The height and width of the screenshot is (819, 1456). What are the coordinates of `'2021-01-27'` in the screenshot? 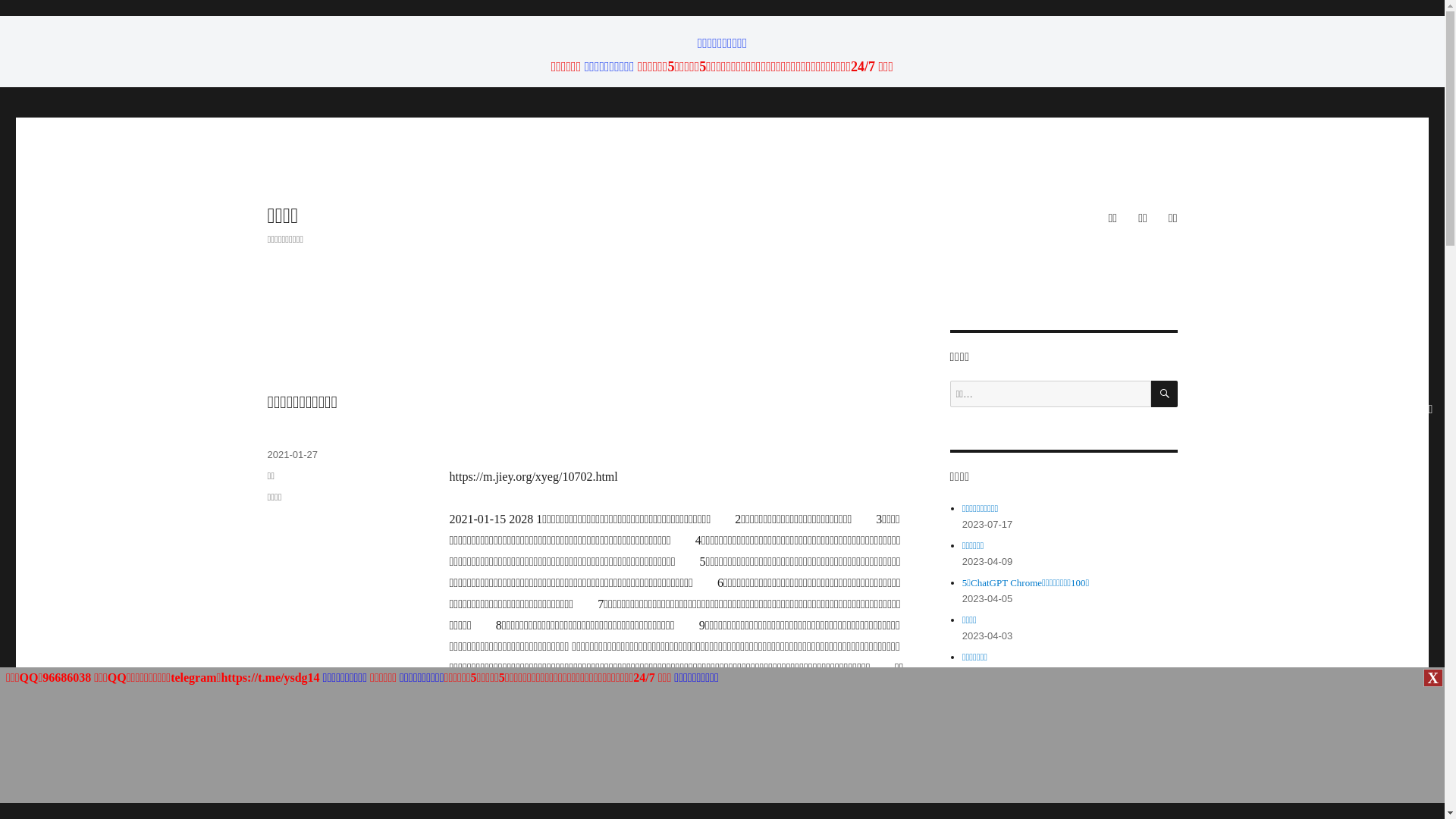 It's located at (292, 453).